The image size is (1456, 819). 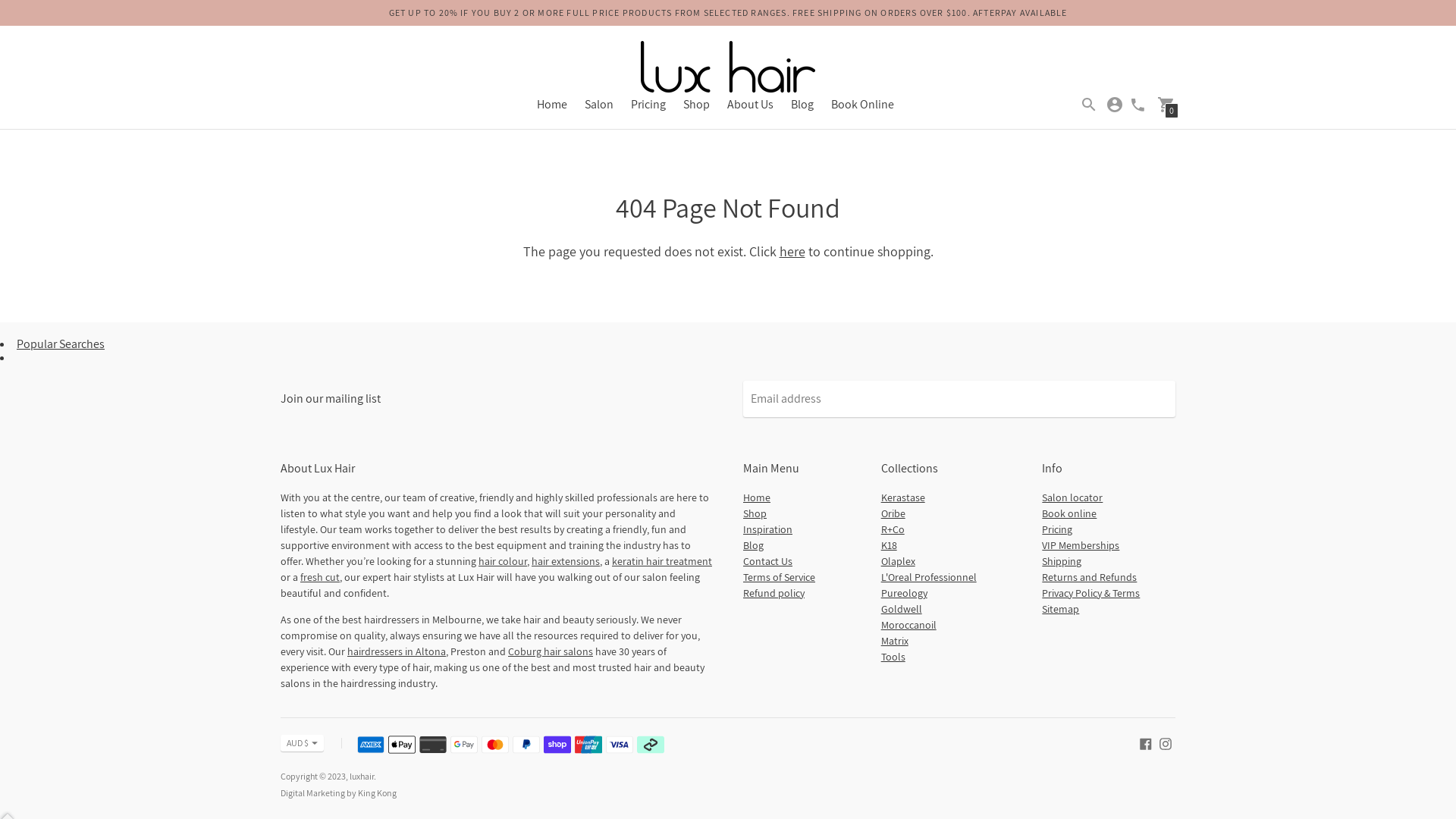 I want to click on 'keratin hair treatment', so click(x=662, y=561).